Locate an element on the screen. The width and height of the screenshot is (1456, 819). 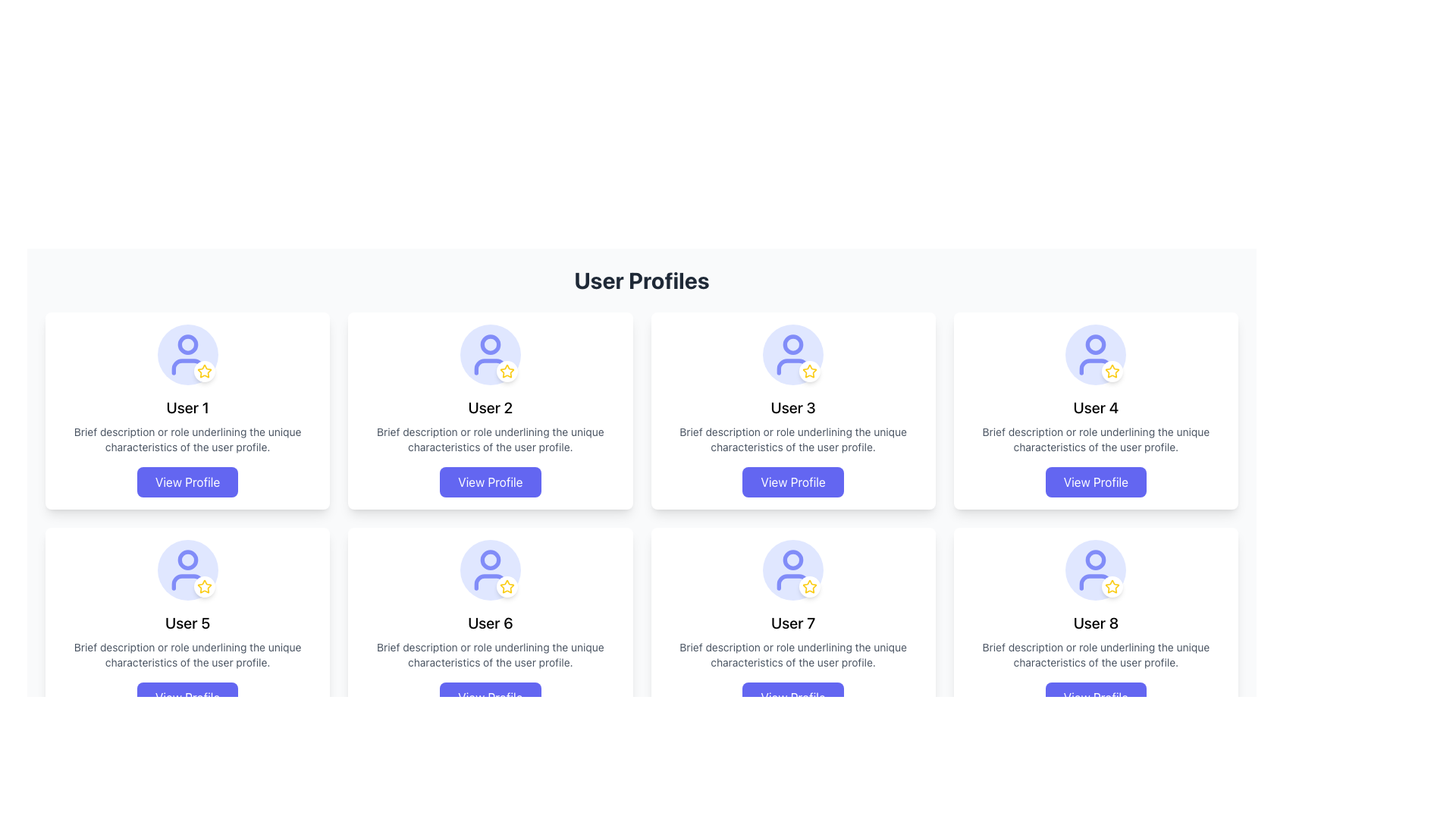
the star icon located in the bottom-right corner of the seventh user card in the layout, which is in the second row of the grid and third from the left is located at coordinates (809, 586).